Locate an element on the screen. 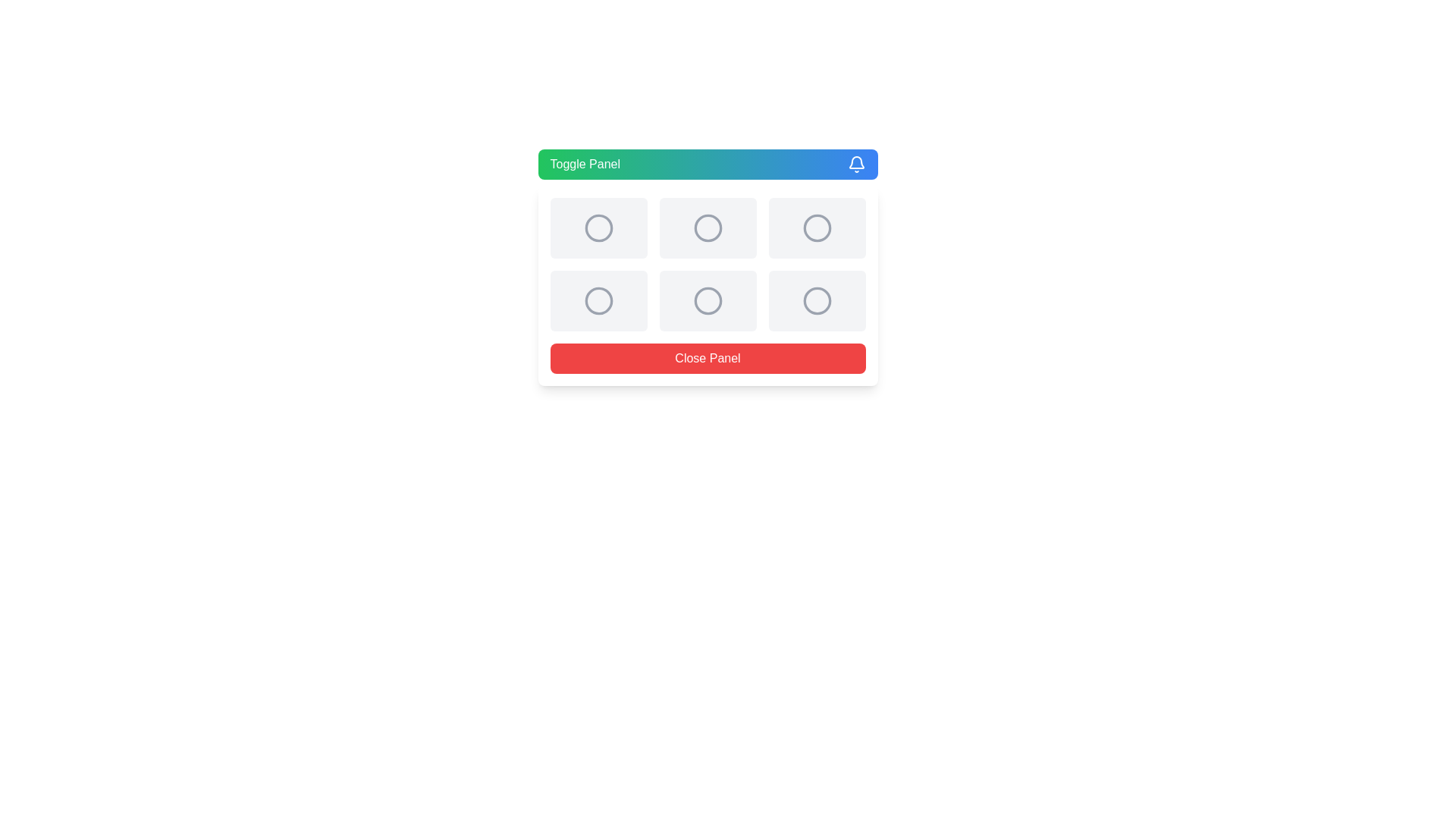 This screenshot has height=819, width=1456. the notification icon located in the top header bar, adjacent to 'Toggle Panel' is located at coordinates (856, 164).